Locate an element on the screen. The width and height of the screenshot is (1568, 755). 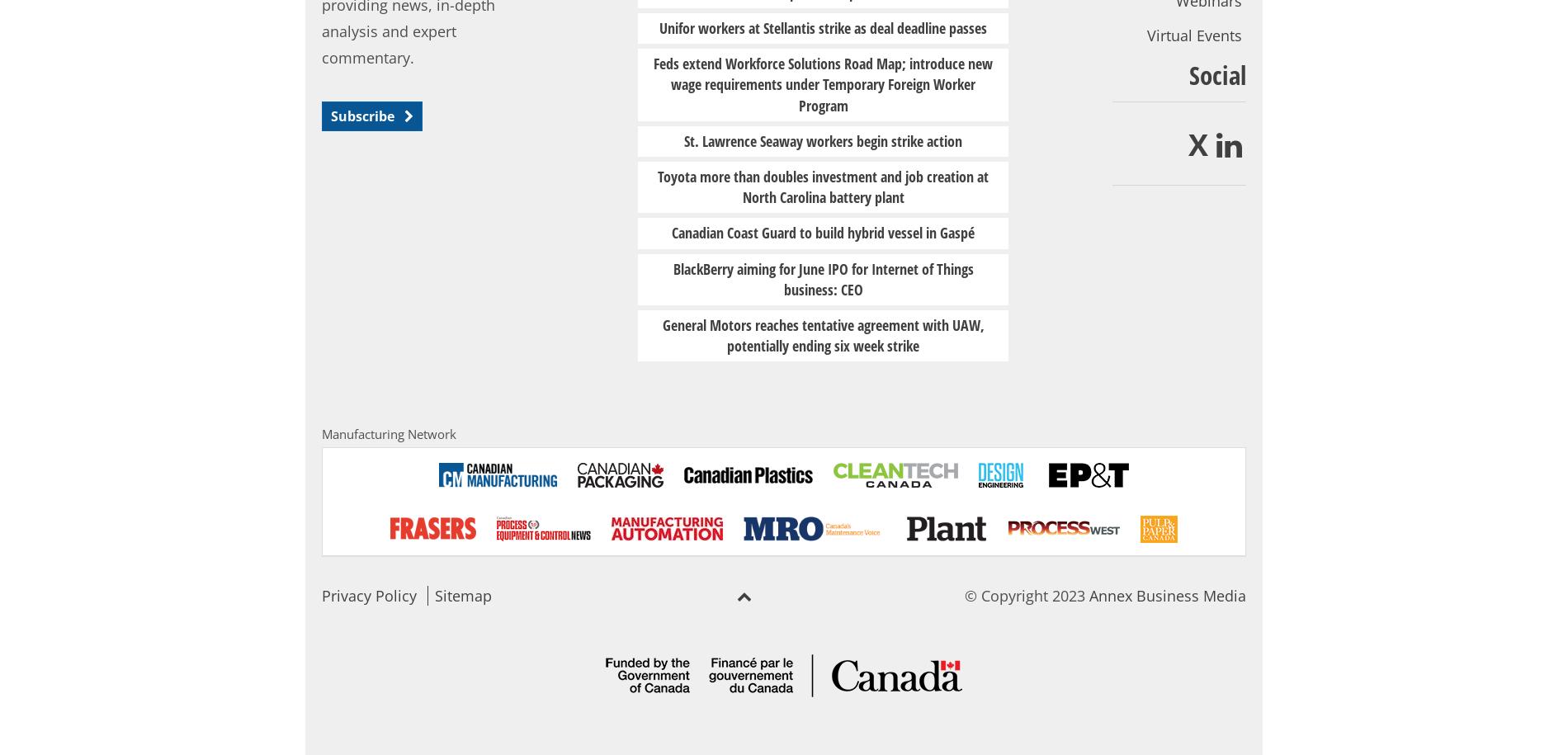
'Manufacturing Network' is located at coordinates (388, 434).